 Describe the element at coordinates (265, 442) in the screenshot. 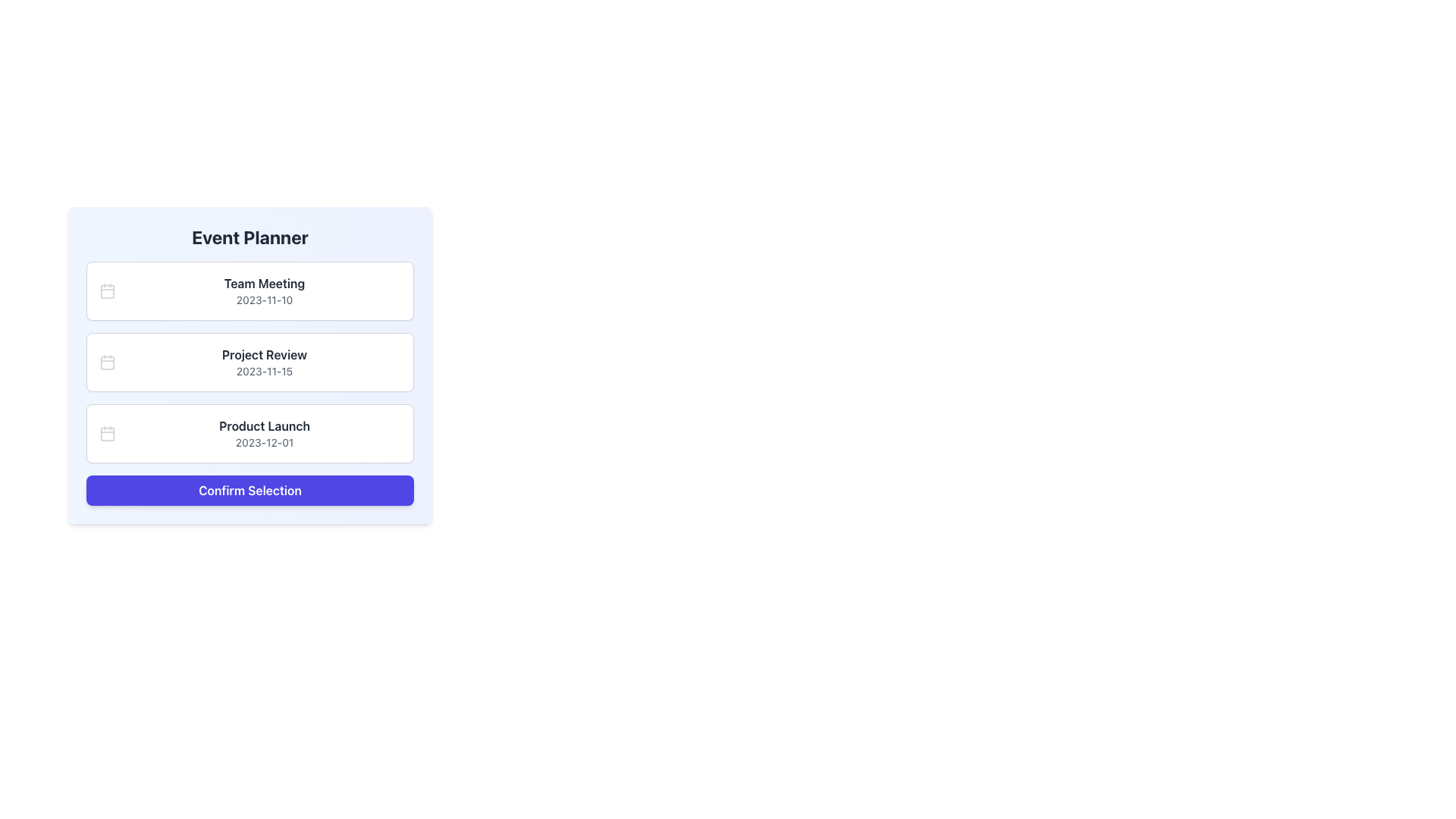

I see `the text label displaying the date '2023-12-01' located under the 'Product Launch' section in the event planner interface` at that location.